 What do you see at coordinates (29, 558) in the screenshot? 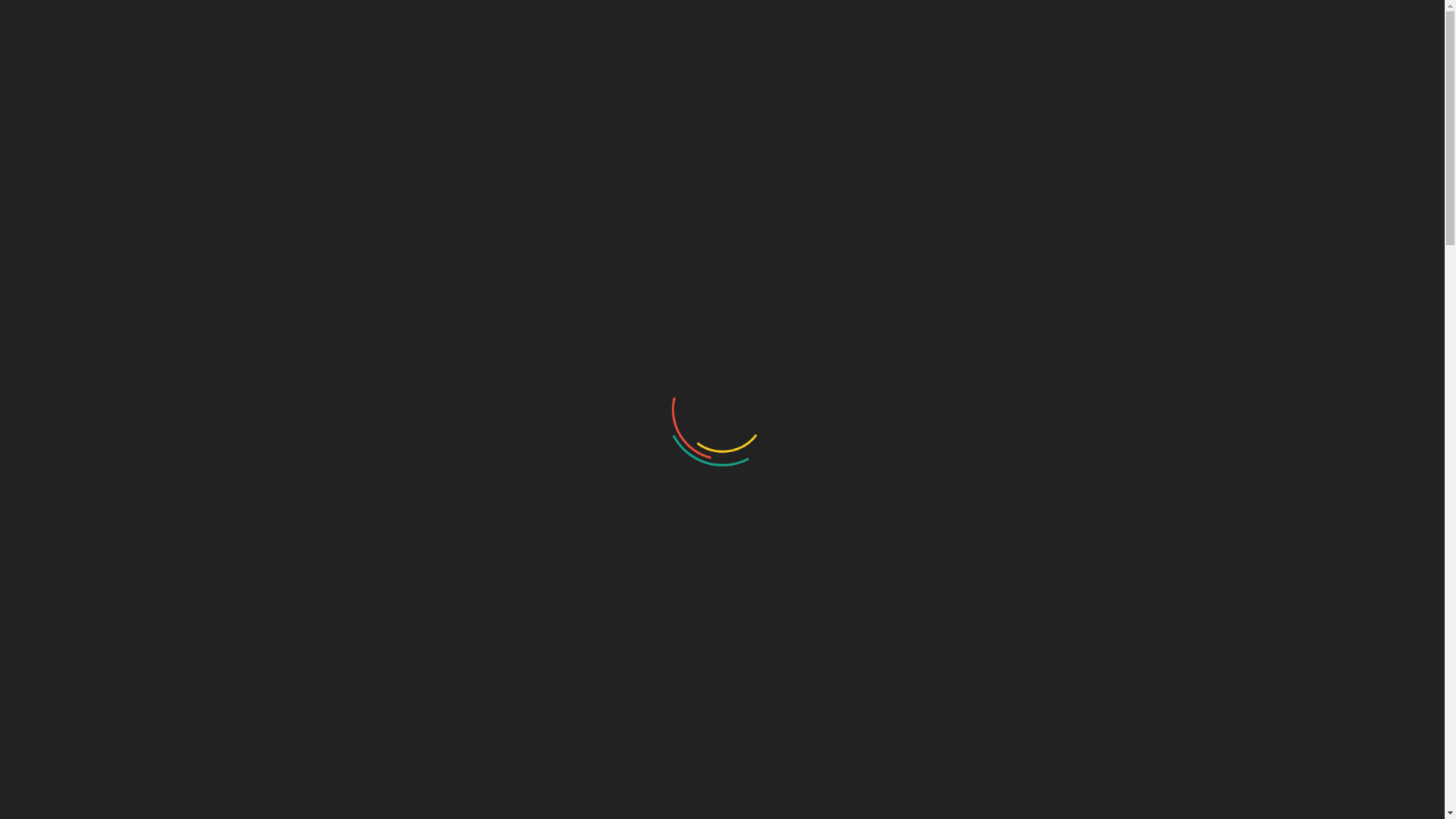
I see `'Ensino'` at bounding box center [29, 558].